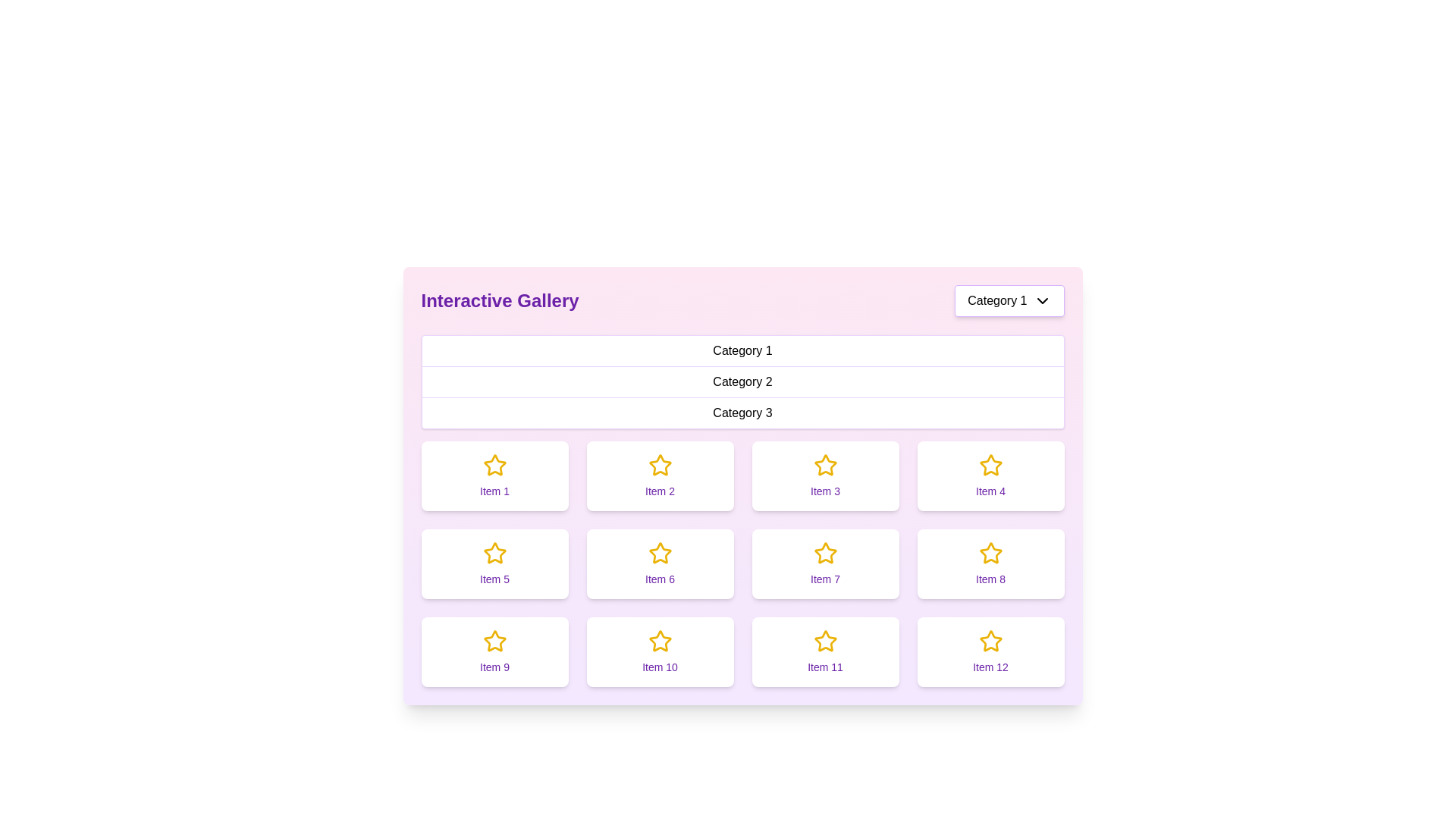 The image size is (1456, 819). Describe the element at coordinates (990, 641) in the screenshot. I see `the brightly-colored hollow yellow star icon outlined with a solid yellow border, located in the bottom-right corner of the 4x3 grid layout, labeled as 'Item 12'` at that location.